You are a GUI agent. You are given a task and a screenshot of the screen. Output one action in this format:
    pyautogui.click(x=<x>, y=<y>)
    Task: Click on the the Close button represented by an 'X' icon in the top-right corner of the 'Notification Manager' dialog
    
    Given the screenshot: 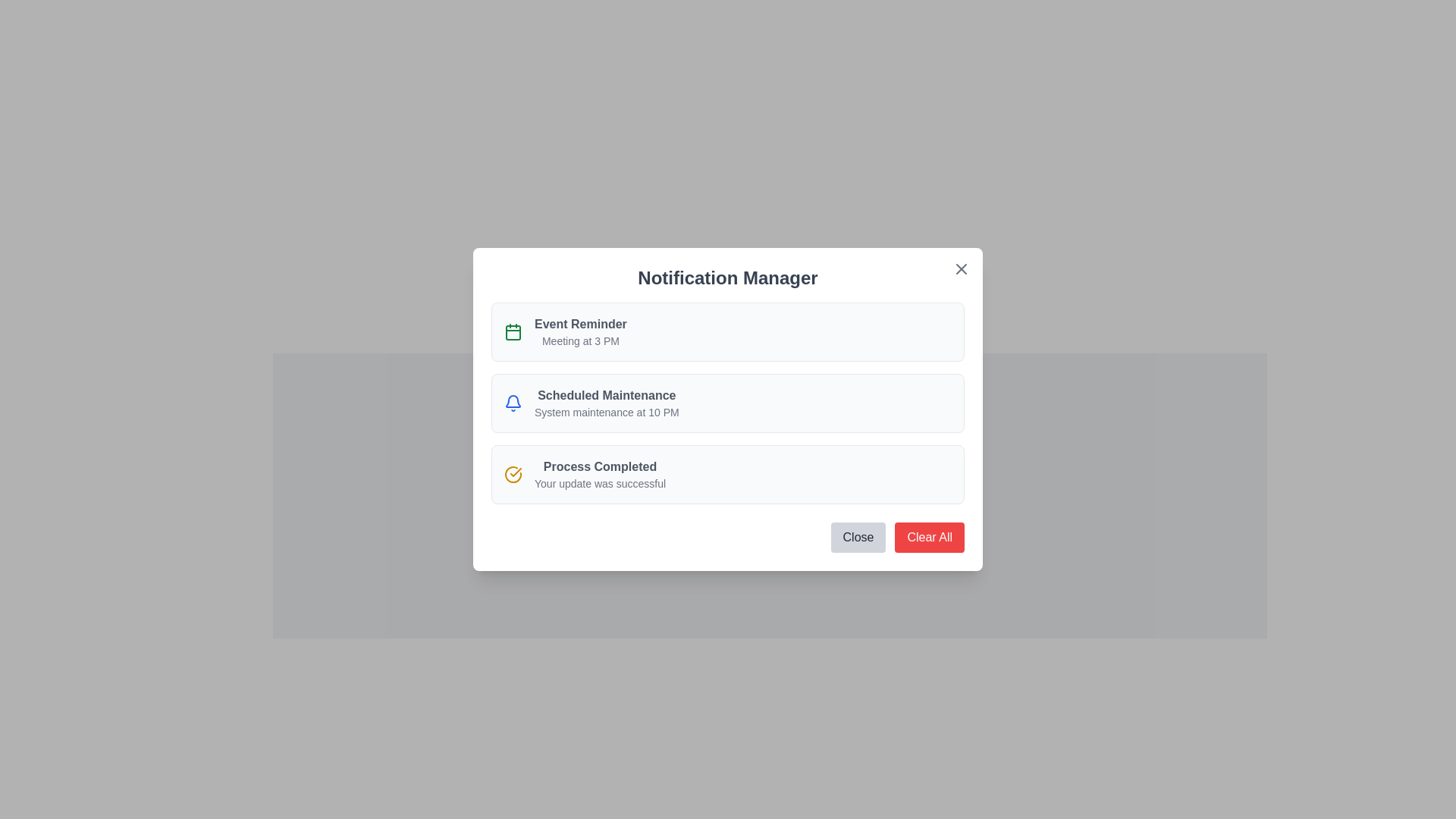 What is the action you would take?
    pyautogui.click(x=960, y=268)
    